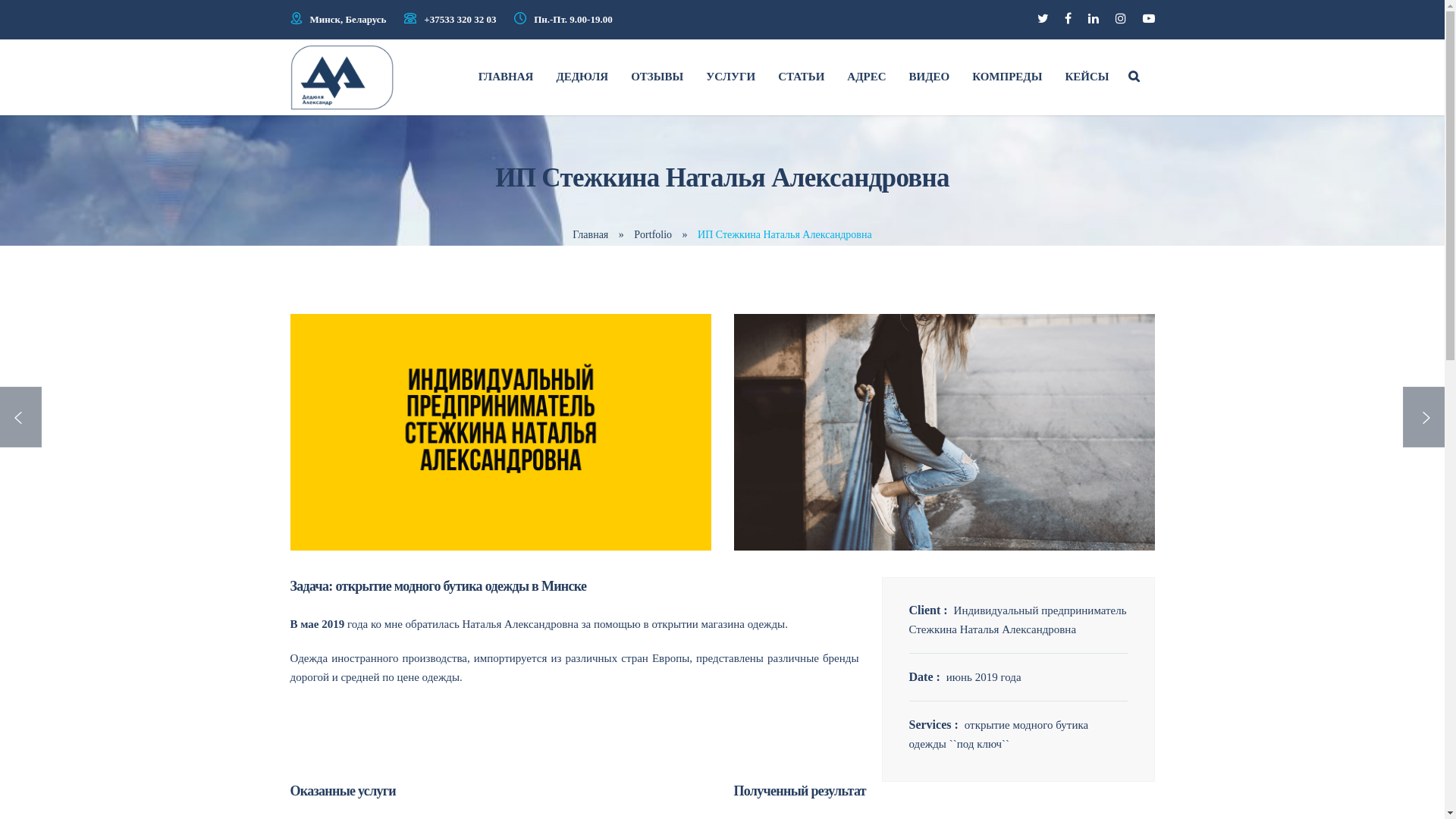 This screenshot has width=1456, height=819. What do you see at coordinates (1067, 18) in the screenshot?
I see `'Facebook'` at bounding box center [1067, 18].